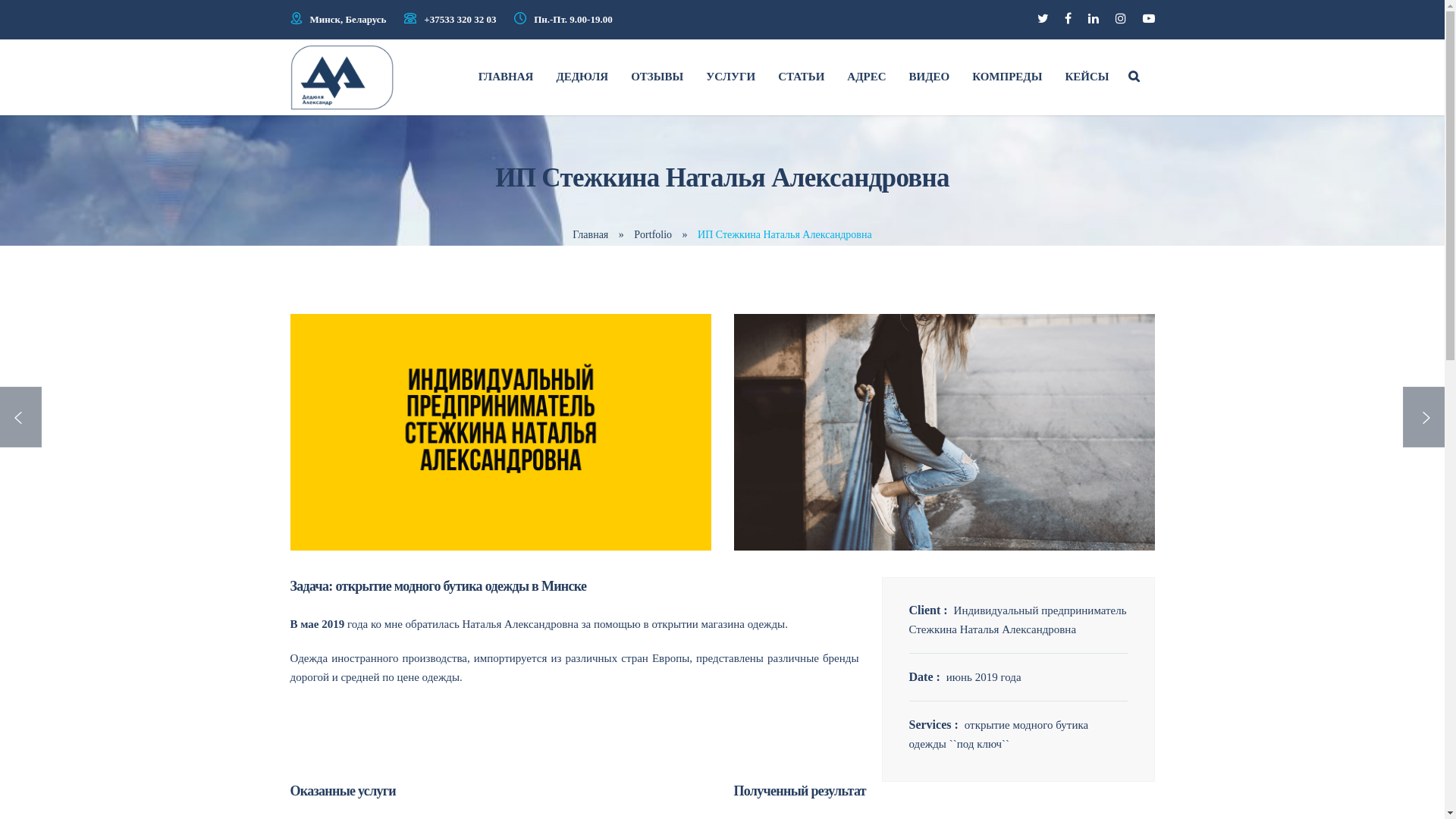 This screenshot has width=1456, height=819. What do you see at coordinates (1067, 18) in the screenshot?
I see `'Facebook'` at bounding box center [1067, 18].